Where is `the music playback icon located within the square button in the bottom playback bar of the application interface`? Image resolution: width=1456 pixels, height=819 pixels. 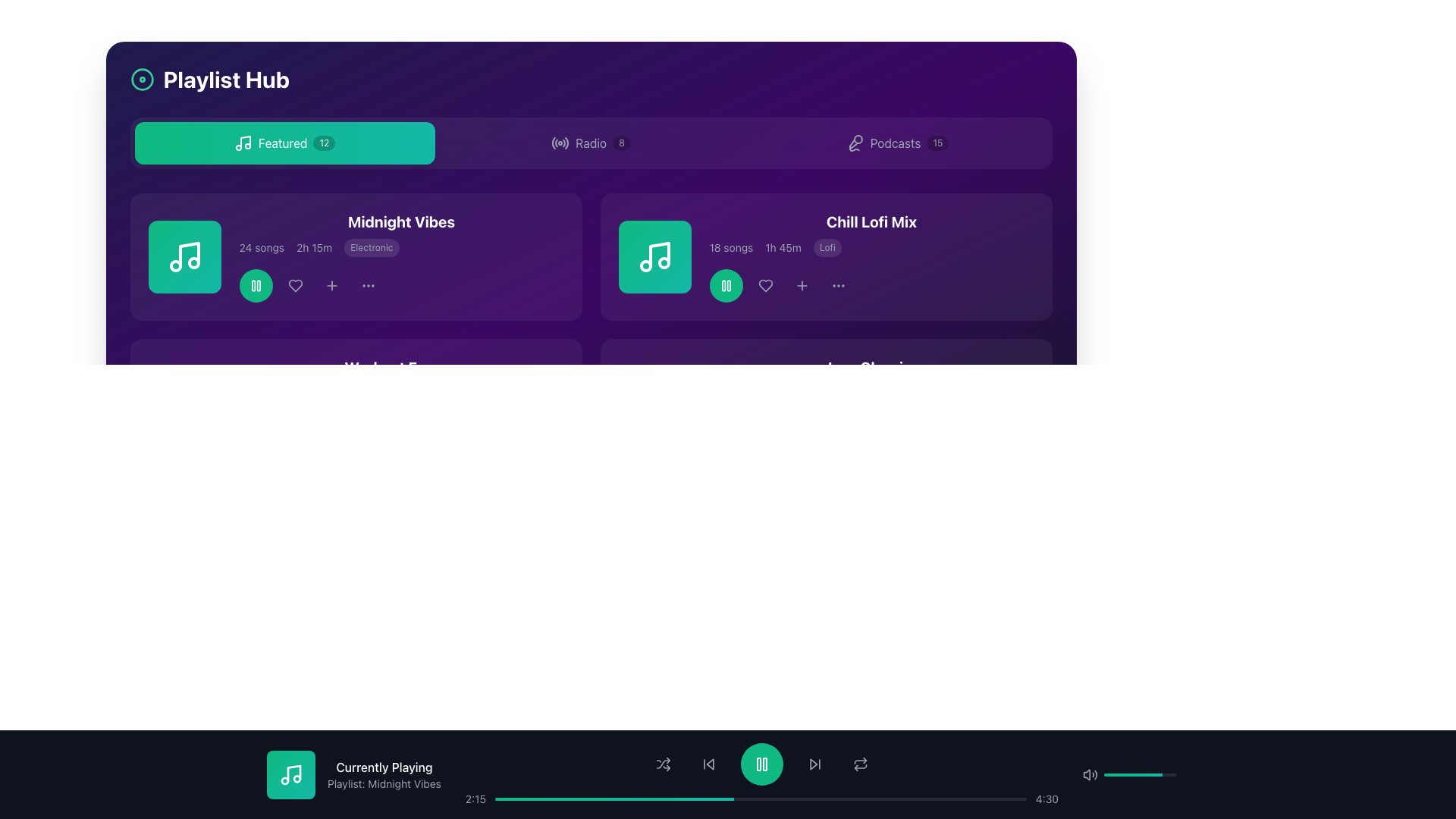 the music playback icon located within the square button in the bottom playback bar of the application interface is located at coordinates (291, 775).